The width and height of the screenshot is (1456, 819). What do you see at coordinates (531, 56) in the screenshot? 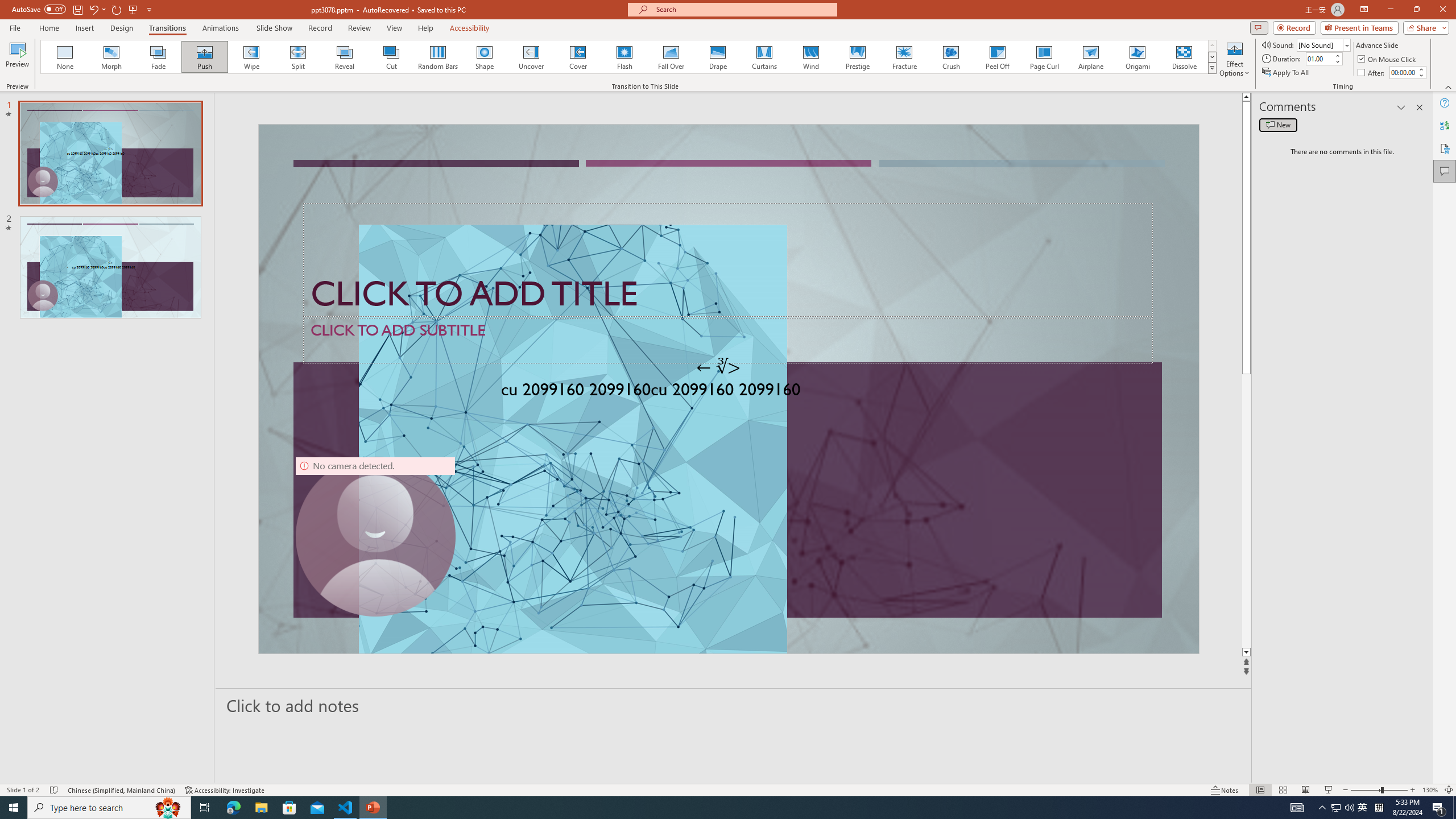
I see `'Uncover'` at bounding box center [531, 56].